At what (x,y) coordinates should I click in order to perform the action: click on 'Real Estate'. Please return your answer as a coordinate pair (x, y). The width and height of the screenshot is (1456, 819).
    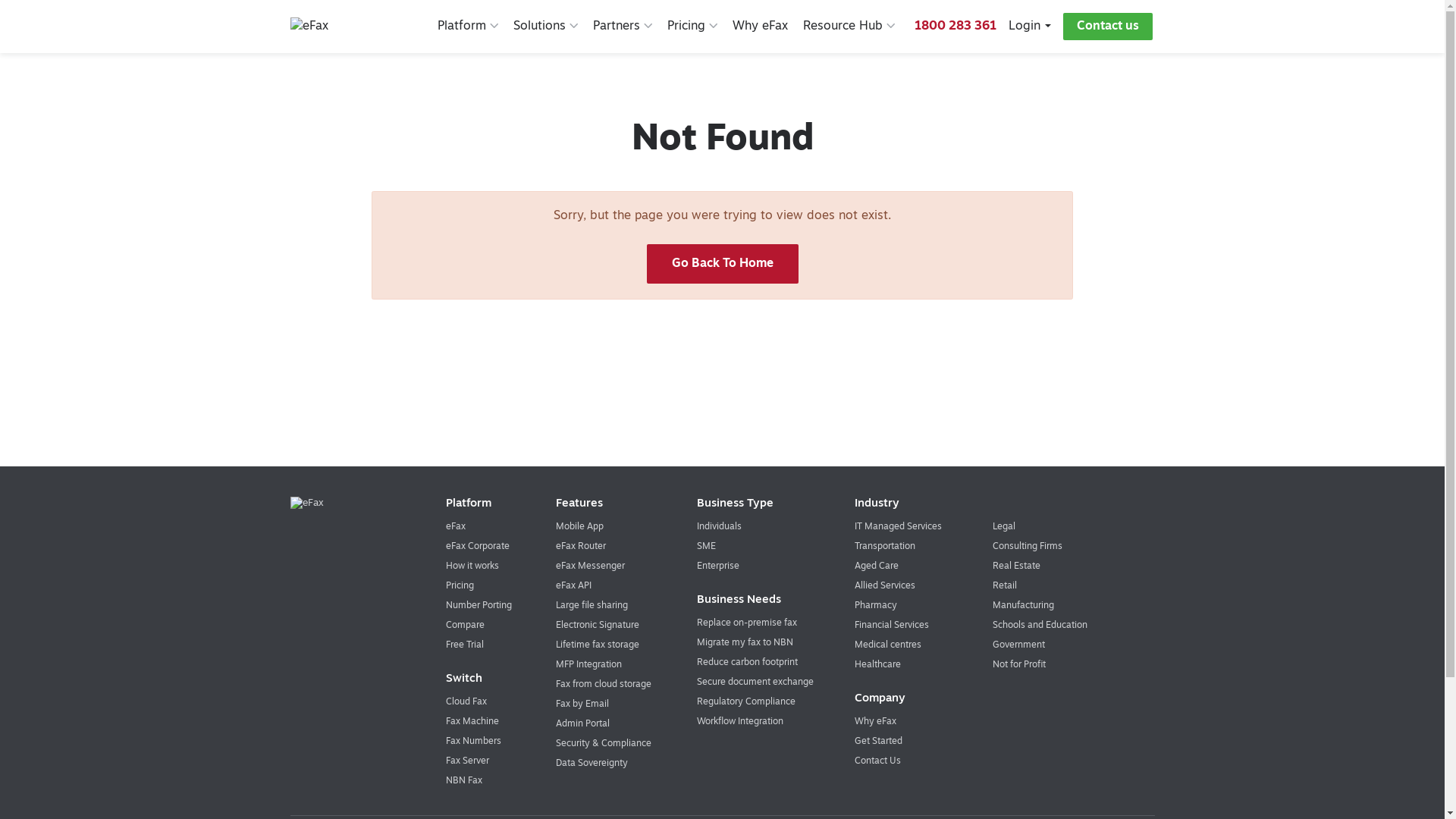
    Looking at the image, I should click on (993, 566).